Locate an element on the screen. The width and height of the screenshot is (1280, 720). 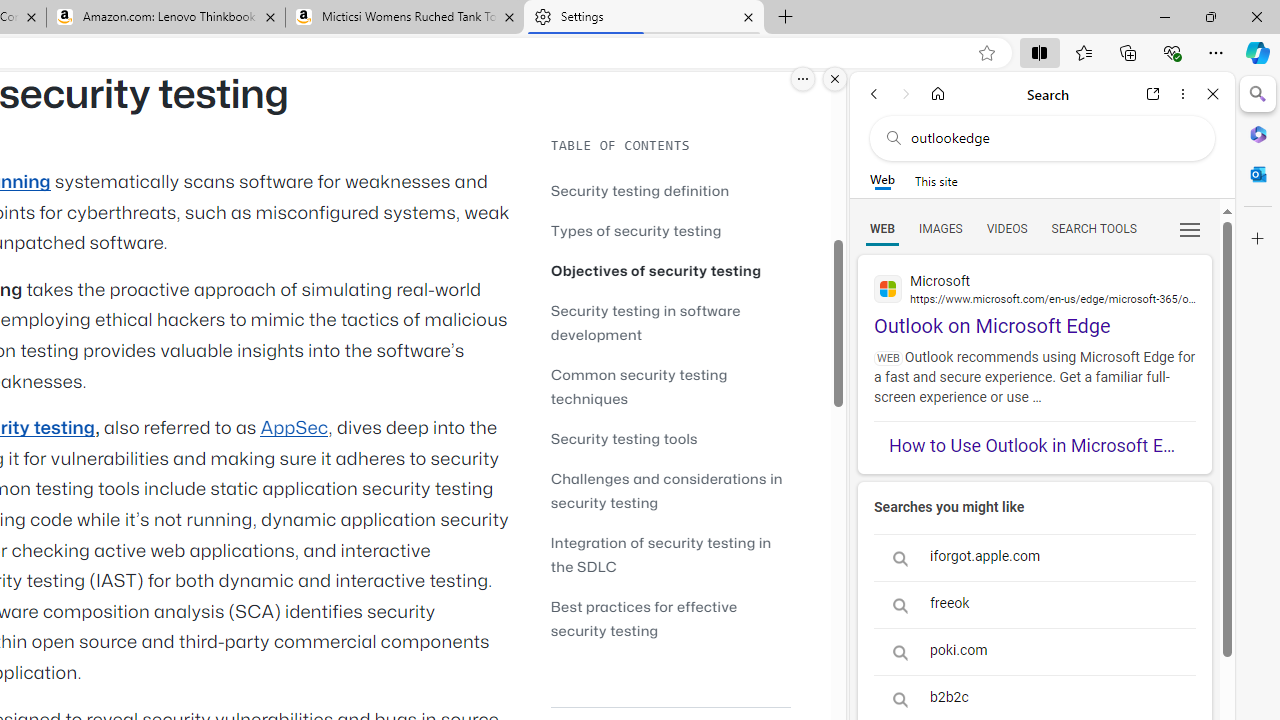
'poki.com' is located at coordinates (1034, 651).